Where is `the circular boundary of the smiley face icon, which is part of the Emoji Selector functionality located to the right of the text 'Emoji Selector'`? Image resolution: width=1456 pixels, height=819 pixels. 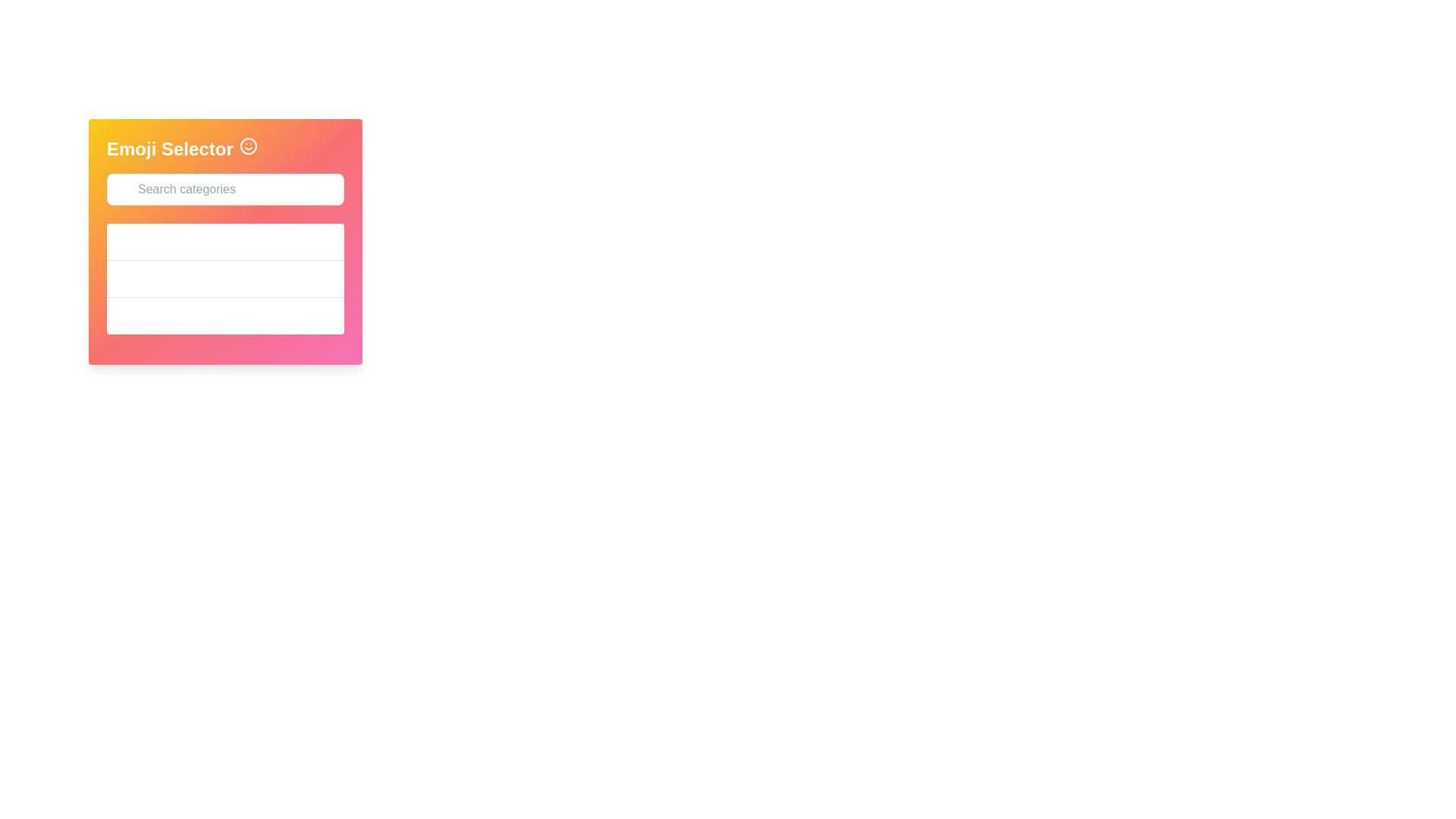 the circular boundary of the smiley face icon, which is part of the Emoji Selector functionality located to the right of the text 'Emoji Selector' is located at coordinates (248, 146).